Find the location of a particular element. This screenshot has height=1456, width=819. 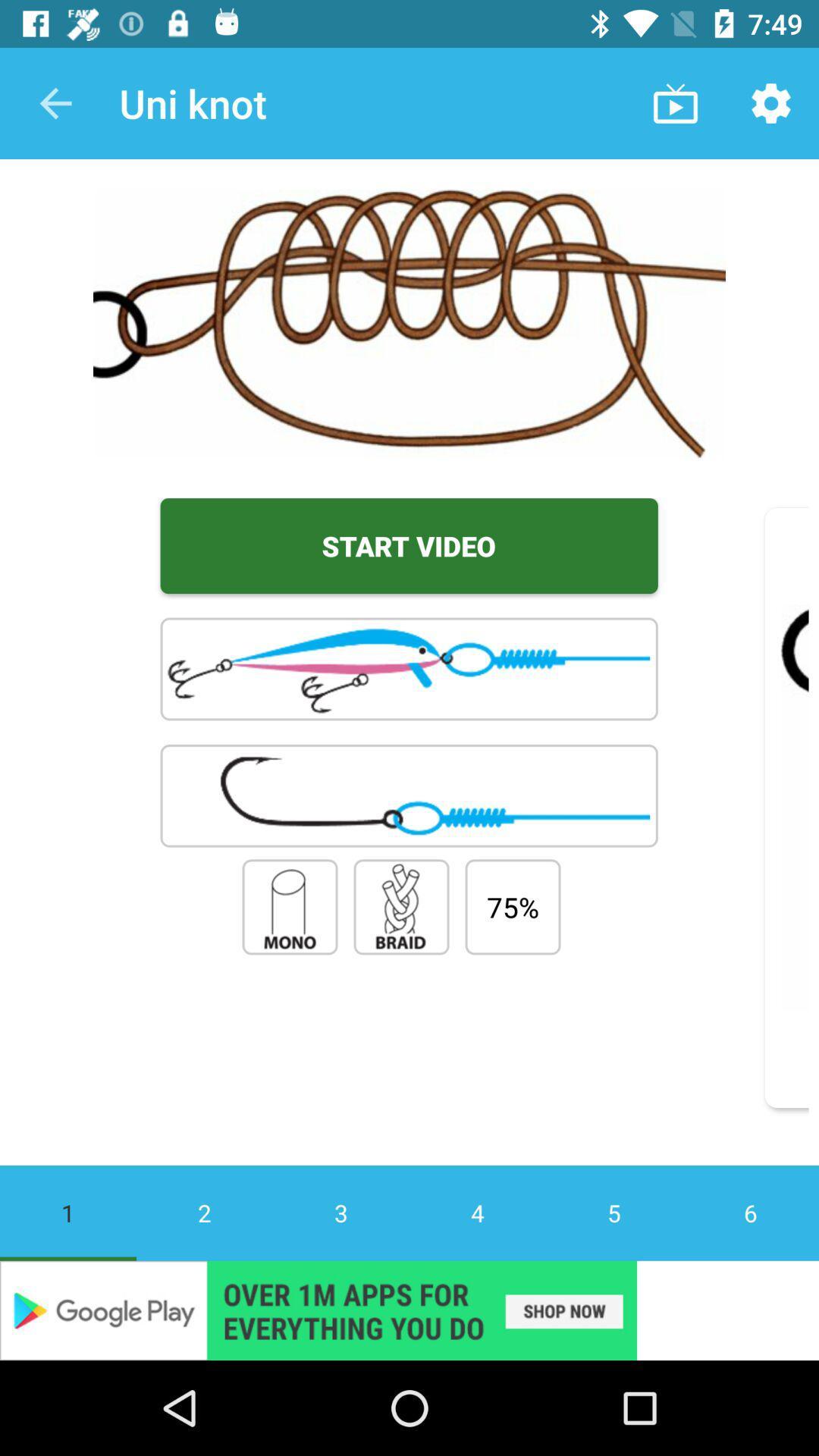

banner advertisement is located at coordinates (409, 1310).